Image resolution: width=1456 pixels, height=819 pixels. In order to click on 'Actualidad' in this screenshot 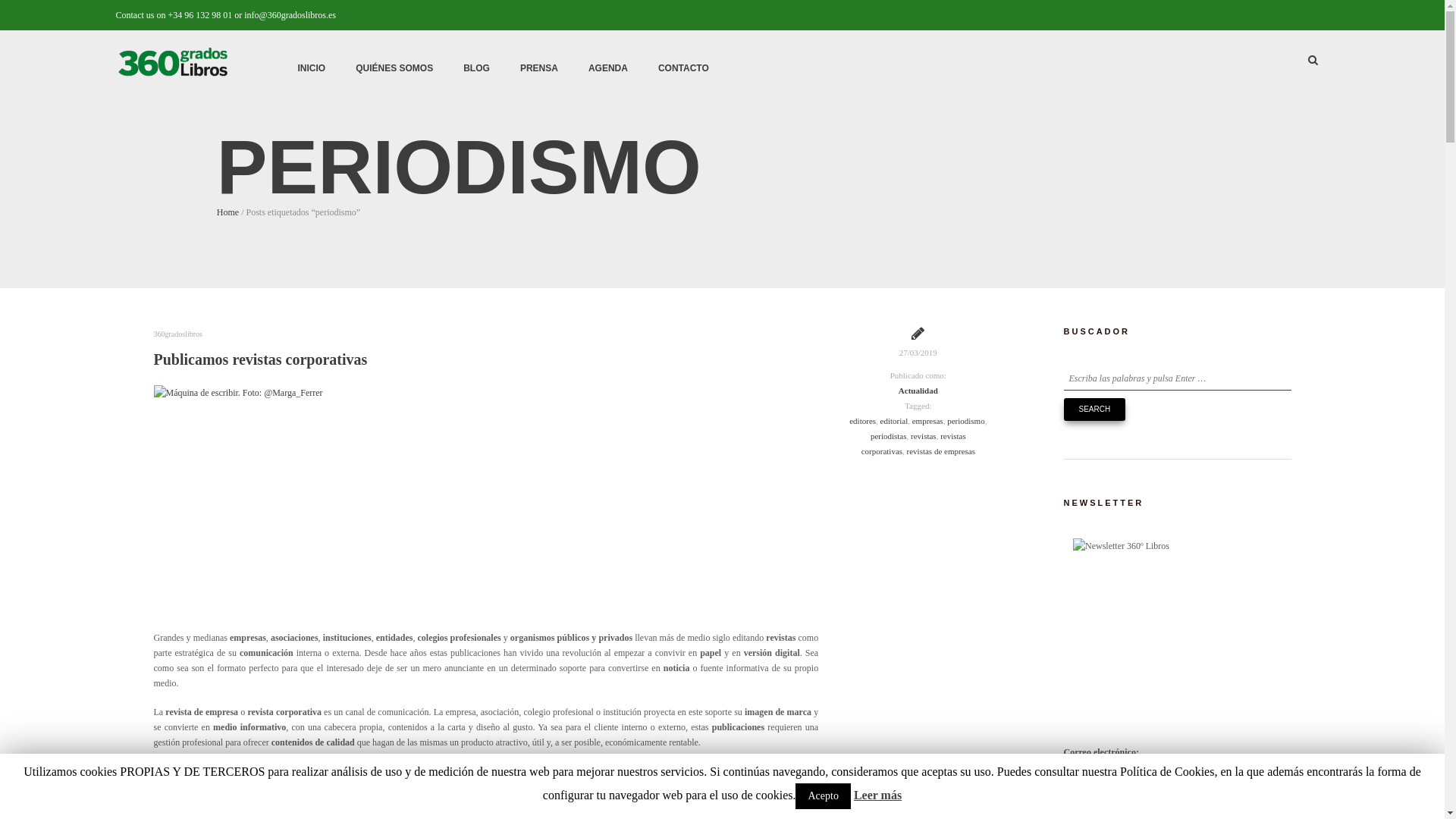, I will do `click(917, 390)`.